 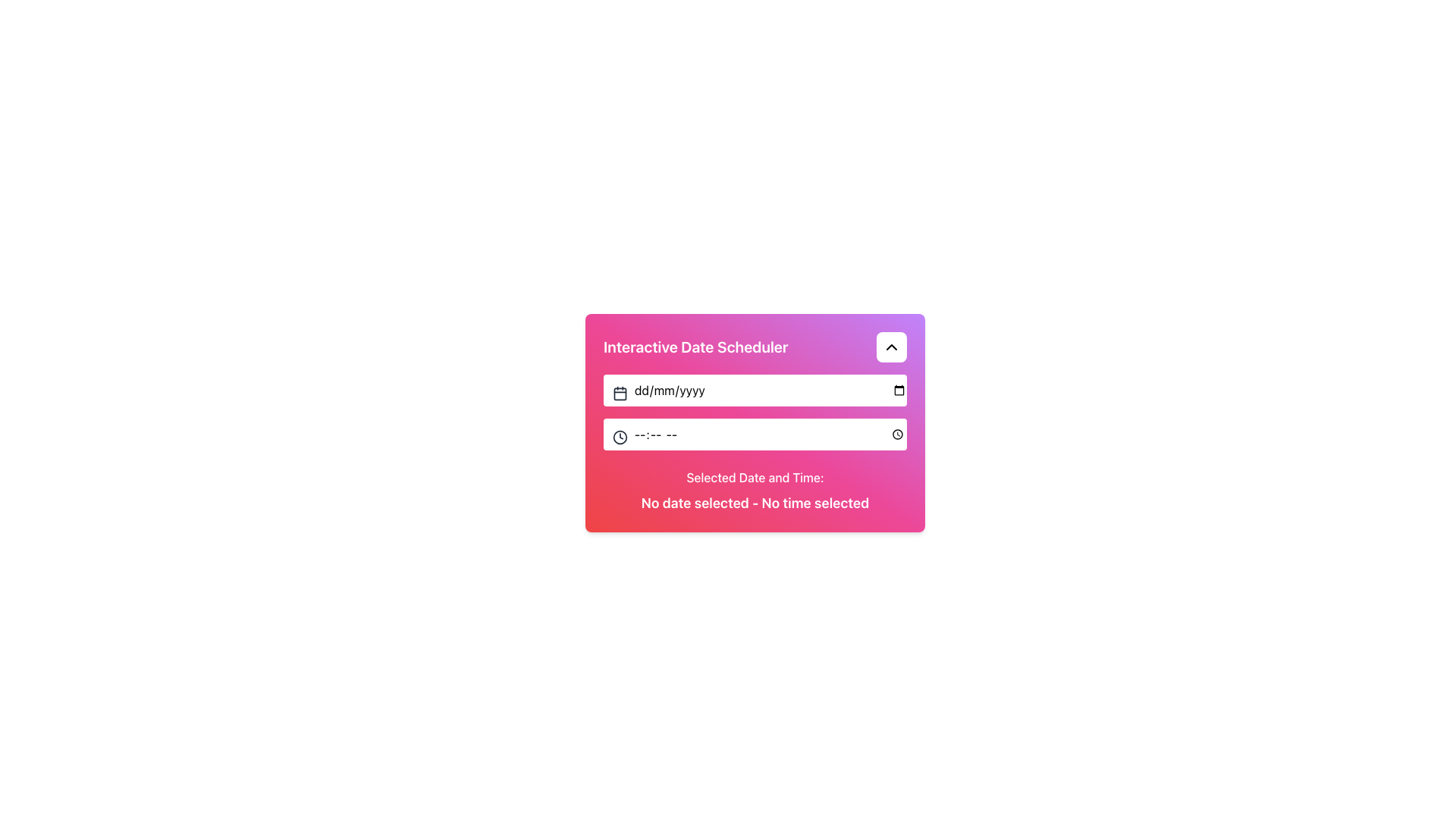 I want to click on the text label indicating that no date and time has been selected yet, located under the header 'Selected Date and Time:' in the 'Interactive Date Scheduler' panel, so click(x=755, y=503).